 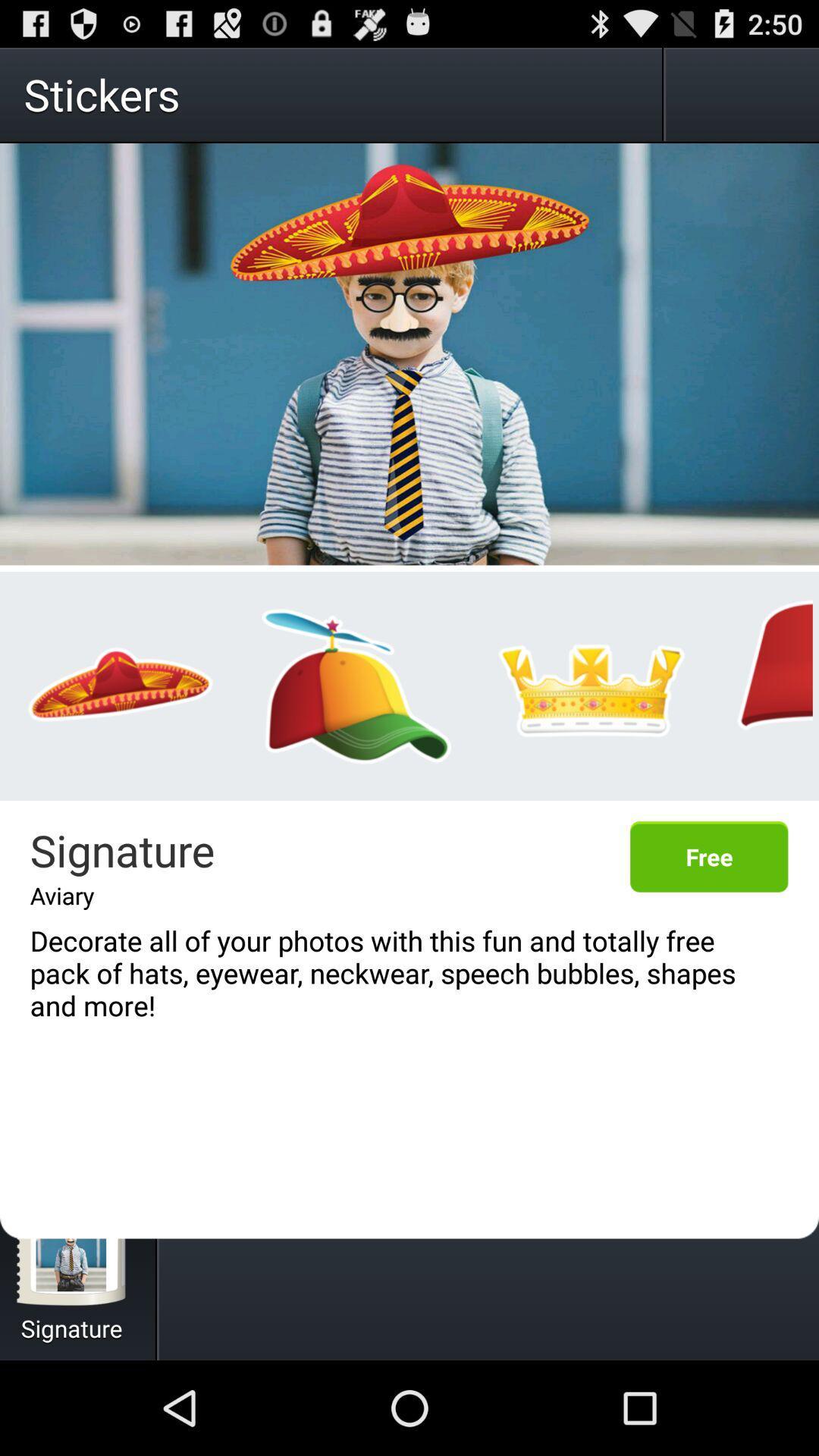 I want to click on icon at the bottom left corner, so click(x=72, y=1248).